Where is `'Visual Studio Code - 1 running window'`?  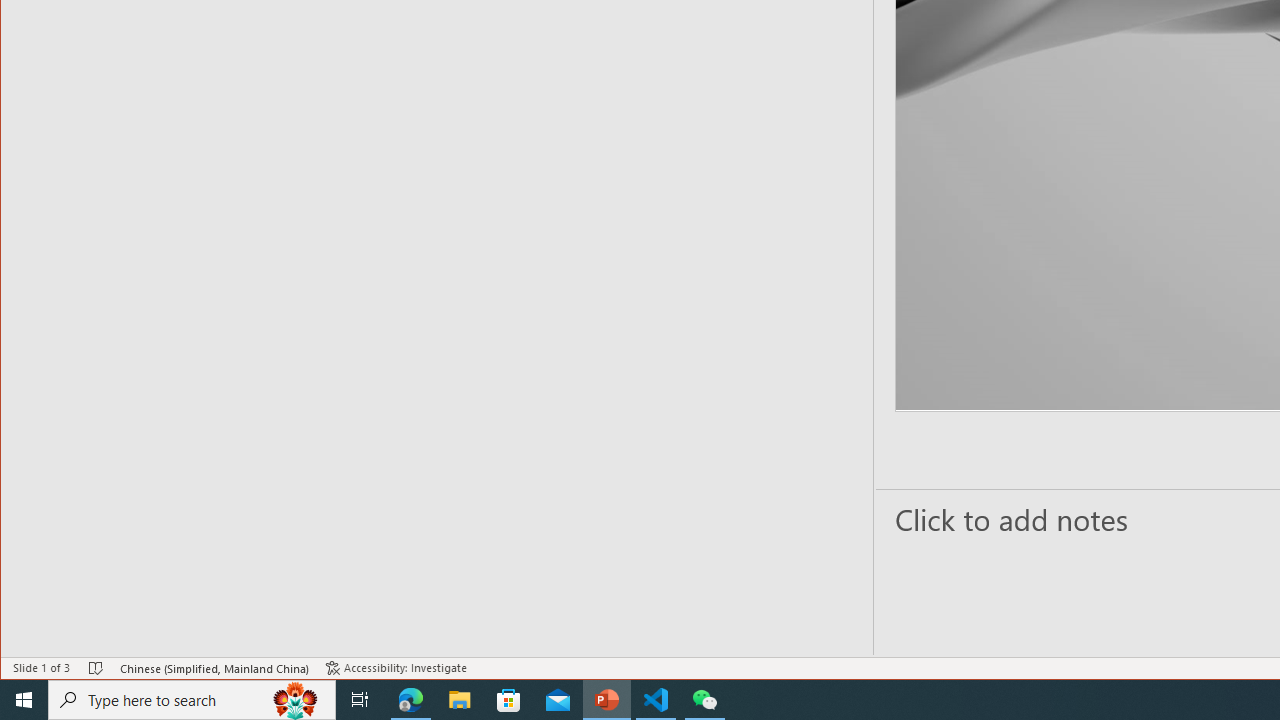
'Visual Studio Code - 1 running window' is located at coordinates (656, 698).